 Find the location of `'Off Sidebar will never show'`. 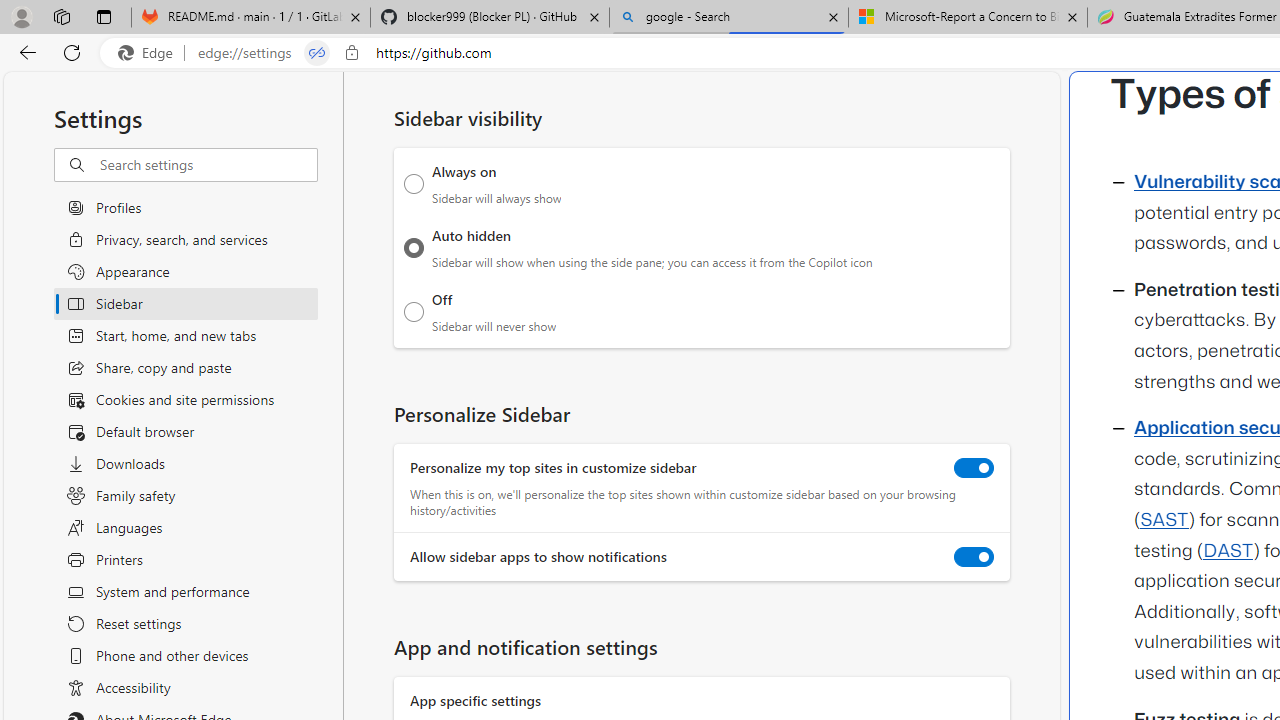

'Off Sidebar will never show' is located at coordinates (413, 311).